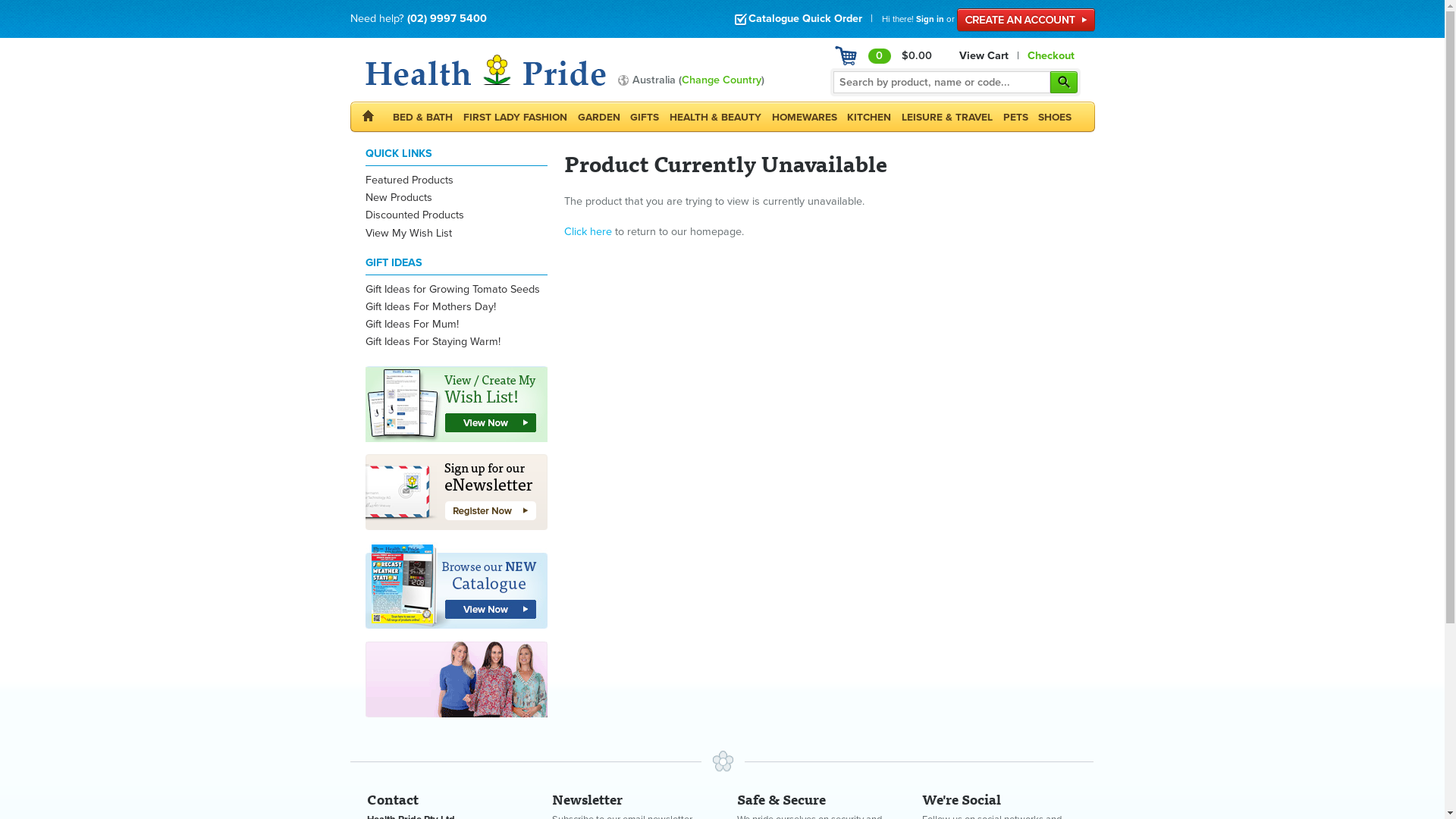 The width and height of the screenshot is (1456, 819). Describe the element at coordinates (365, 341) in the screenshot. I see `'Gift Ideas For Staying Warm!'` at that location.